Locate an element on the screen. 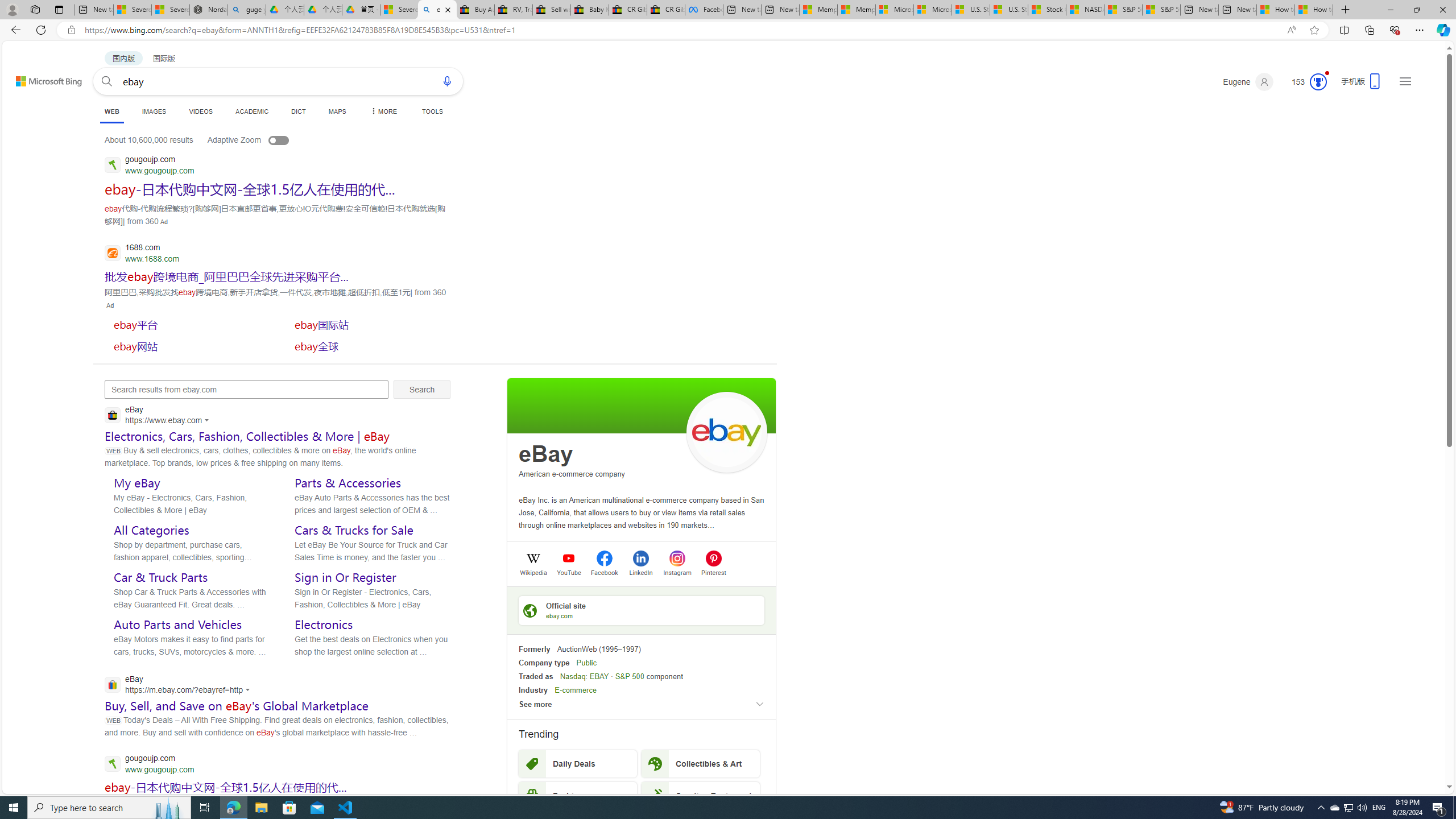  'guge yunpan - Search' is located at coordinates (246, 9).